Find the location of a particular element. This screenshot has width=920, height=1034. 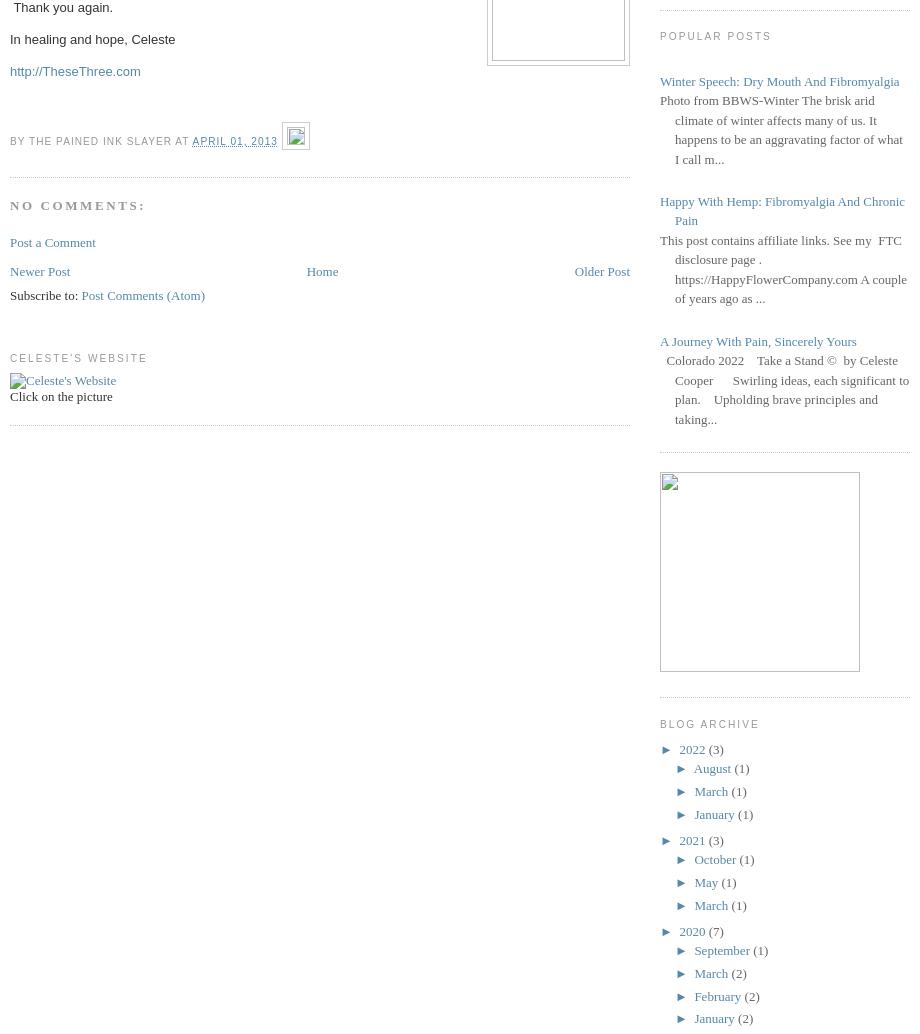

'(7)' is located at coordinates (715, 929).